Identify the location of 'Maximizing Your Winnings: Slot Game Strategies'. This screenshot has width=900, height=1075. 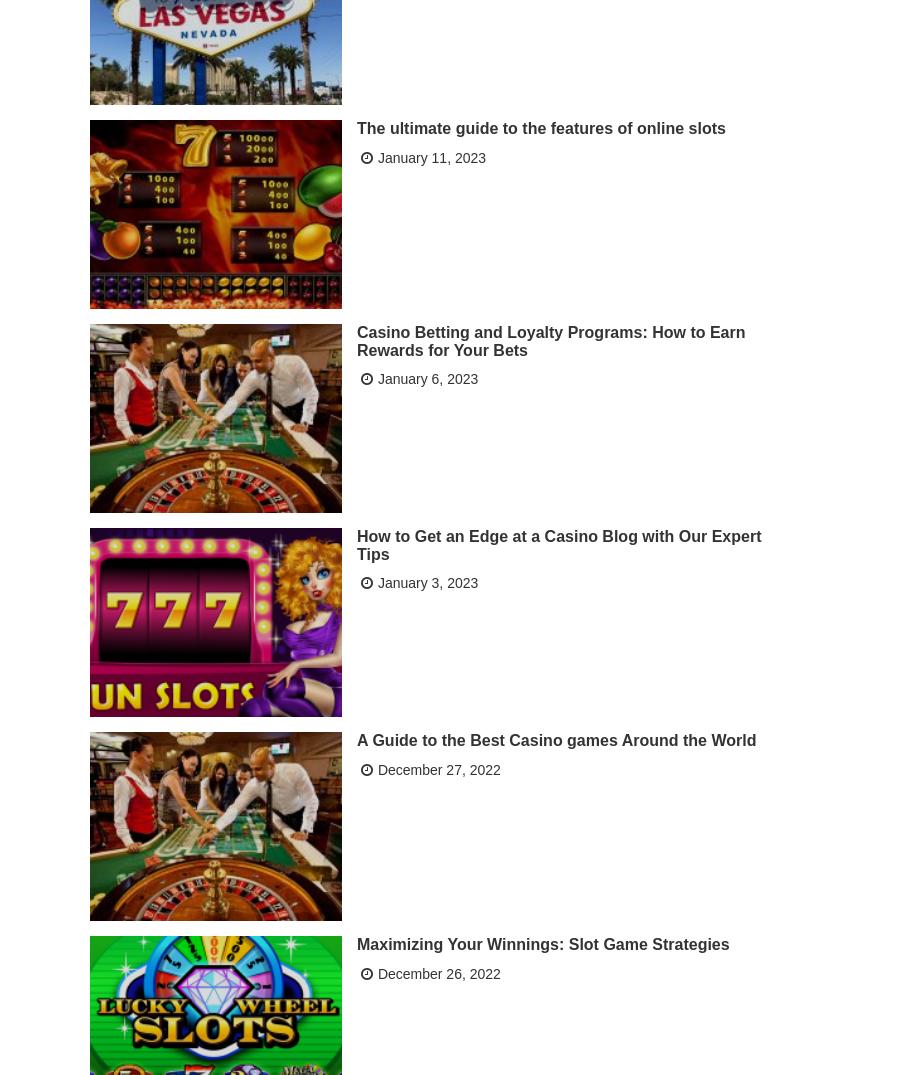
(541, 942).